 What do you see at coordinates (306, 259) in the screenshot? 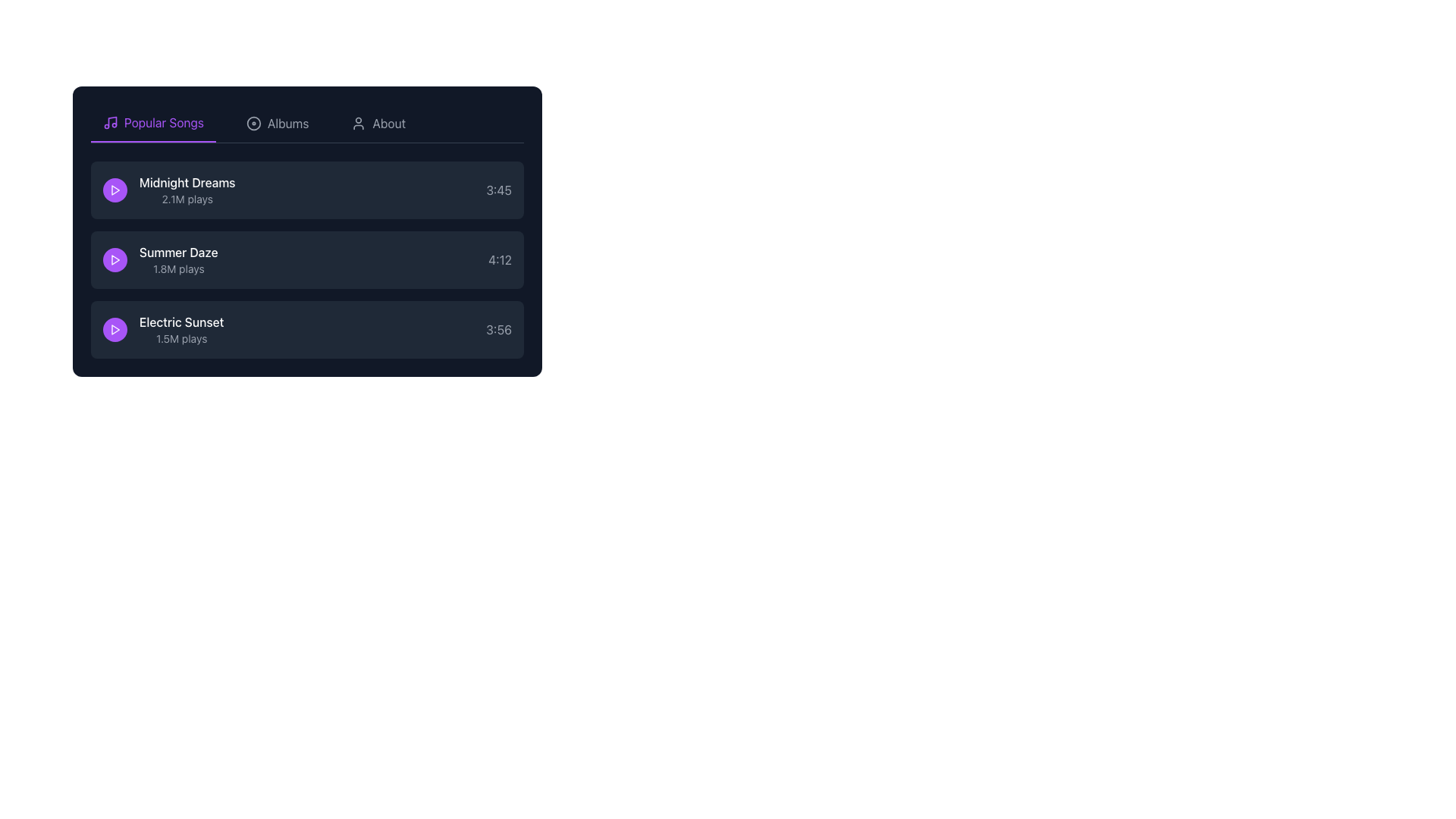
I see `the second row of the song list, which represents a song entry in the playlist` at bounding box center [306, 259].